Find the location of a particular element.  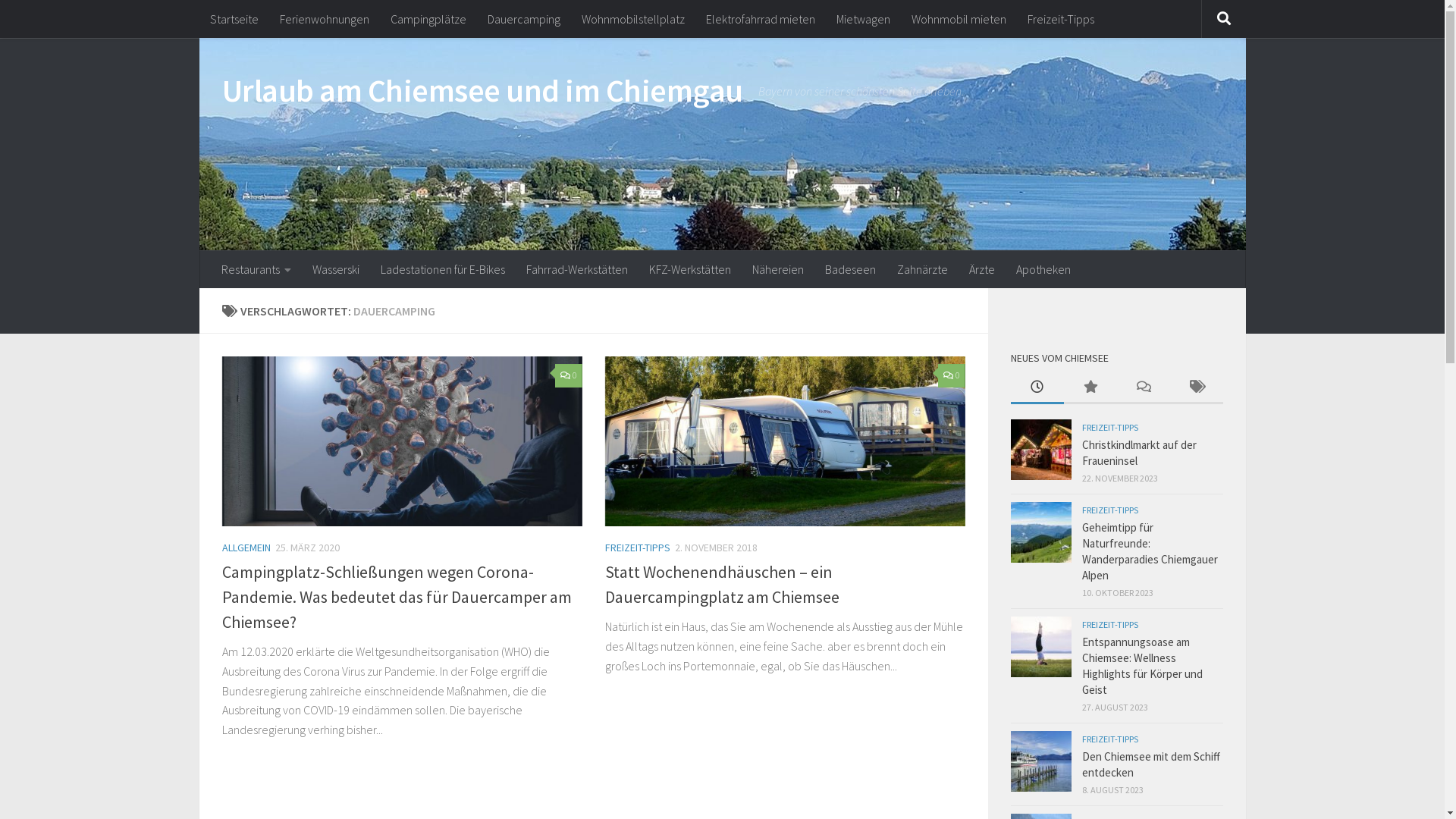

'Wohnmobil mieten' is located at coordinates (958, 18).